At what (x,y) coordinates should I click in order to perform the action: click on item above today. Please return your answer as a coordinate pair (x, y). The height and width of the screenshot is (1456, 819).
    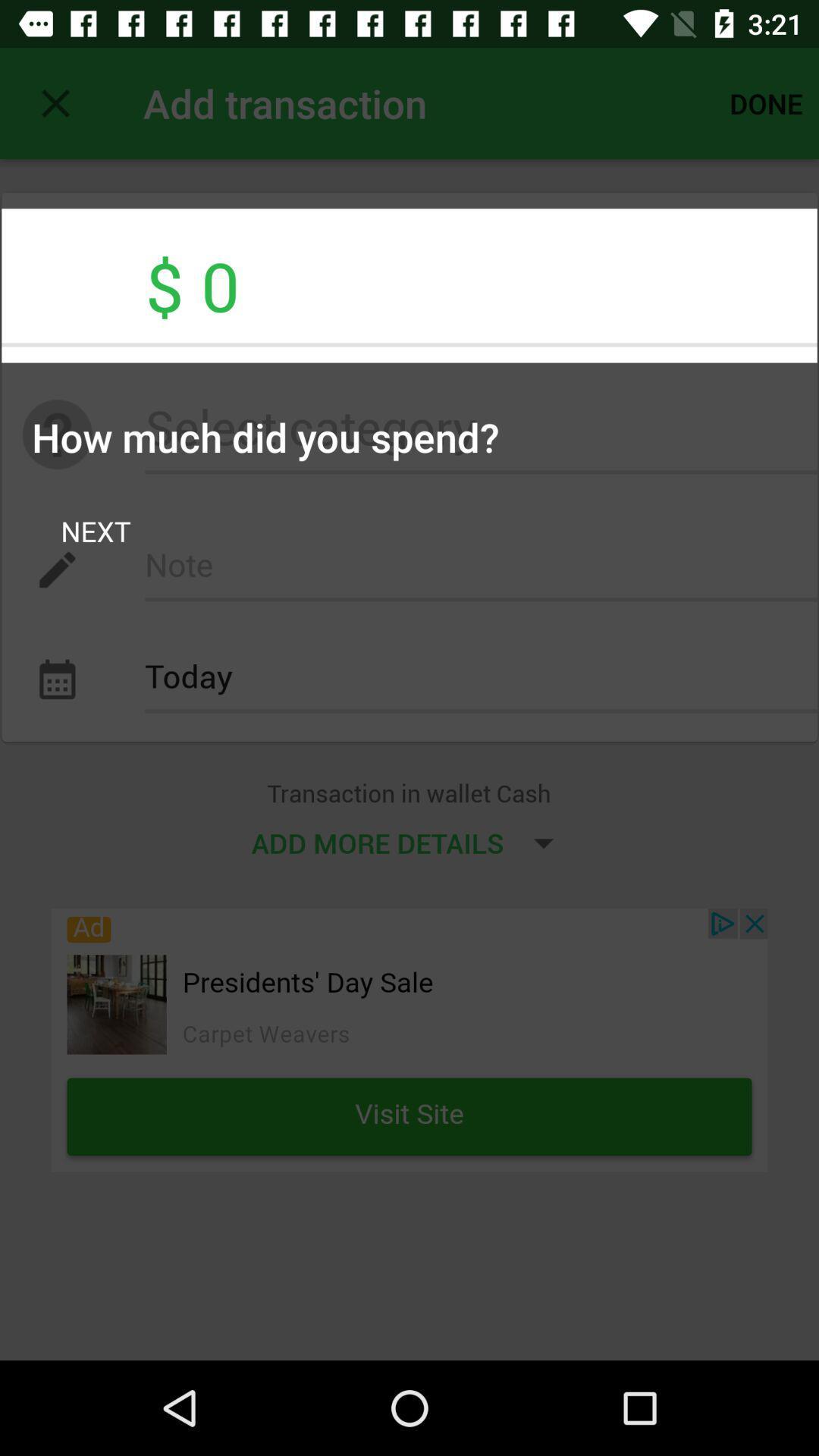
    Looking at the image, I should click on (96, 531).